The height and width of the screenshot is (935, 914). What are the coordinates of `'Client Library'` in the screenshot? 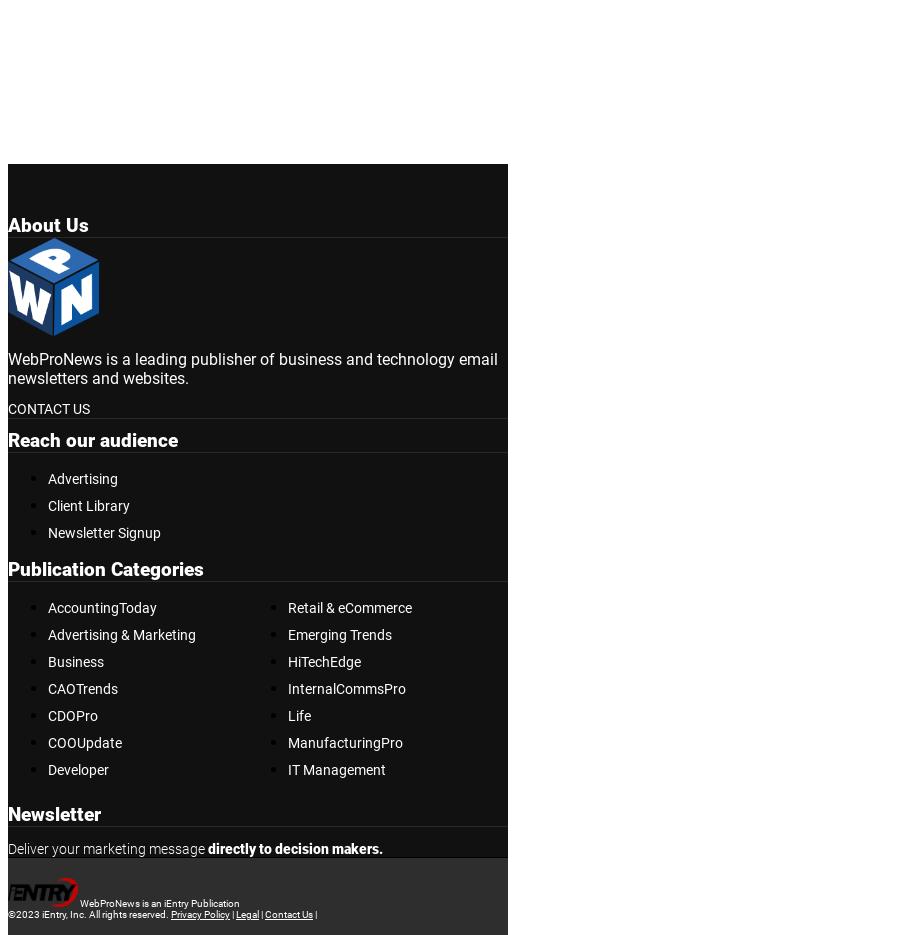 It's located at (46, 506).